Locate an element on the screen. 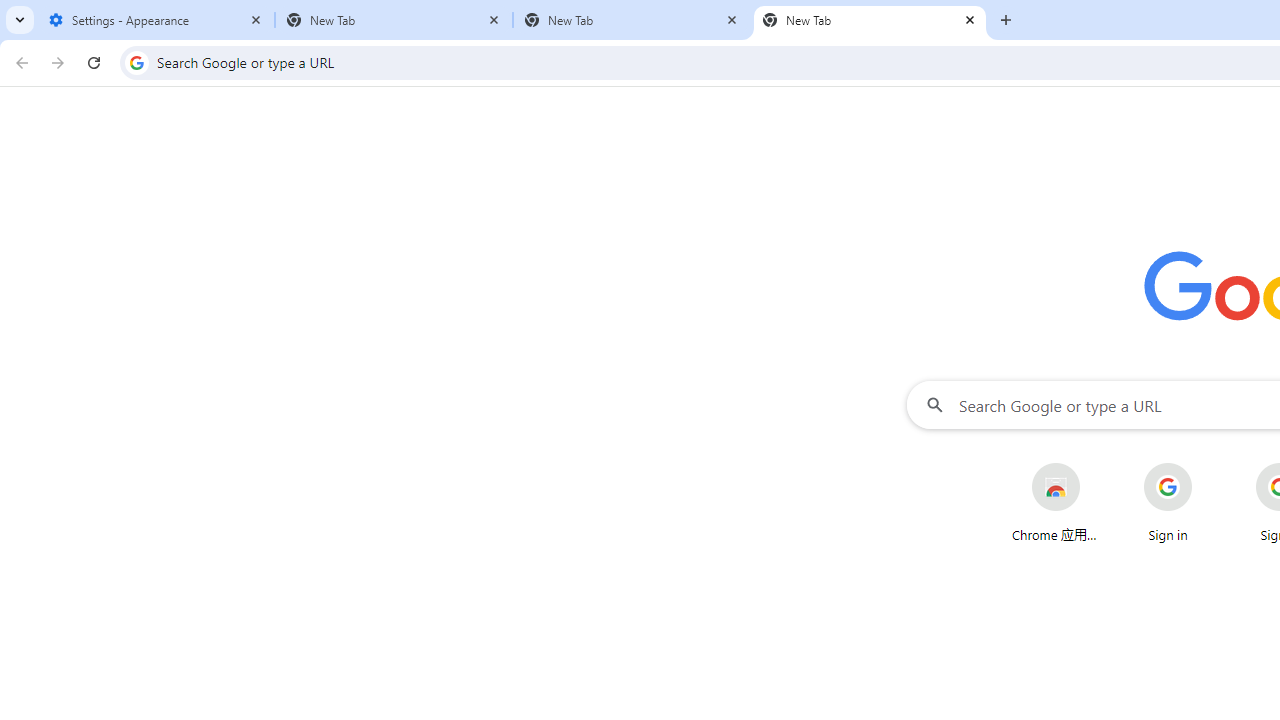  'New Tab' is located at coordinates (870, 20).